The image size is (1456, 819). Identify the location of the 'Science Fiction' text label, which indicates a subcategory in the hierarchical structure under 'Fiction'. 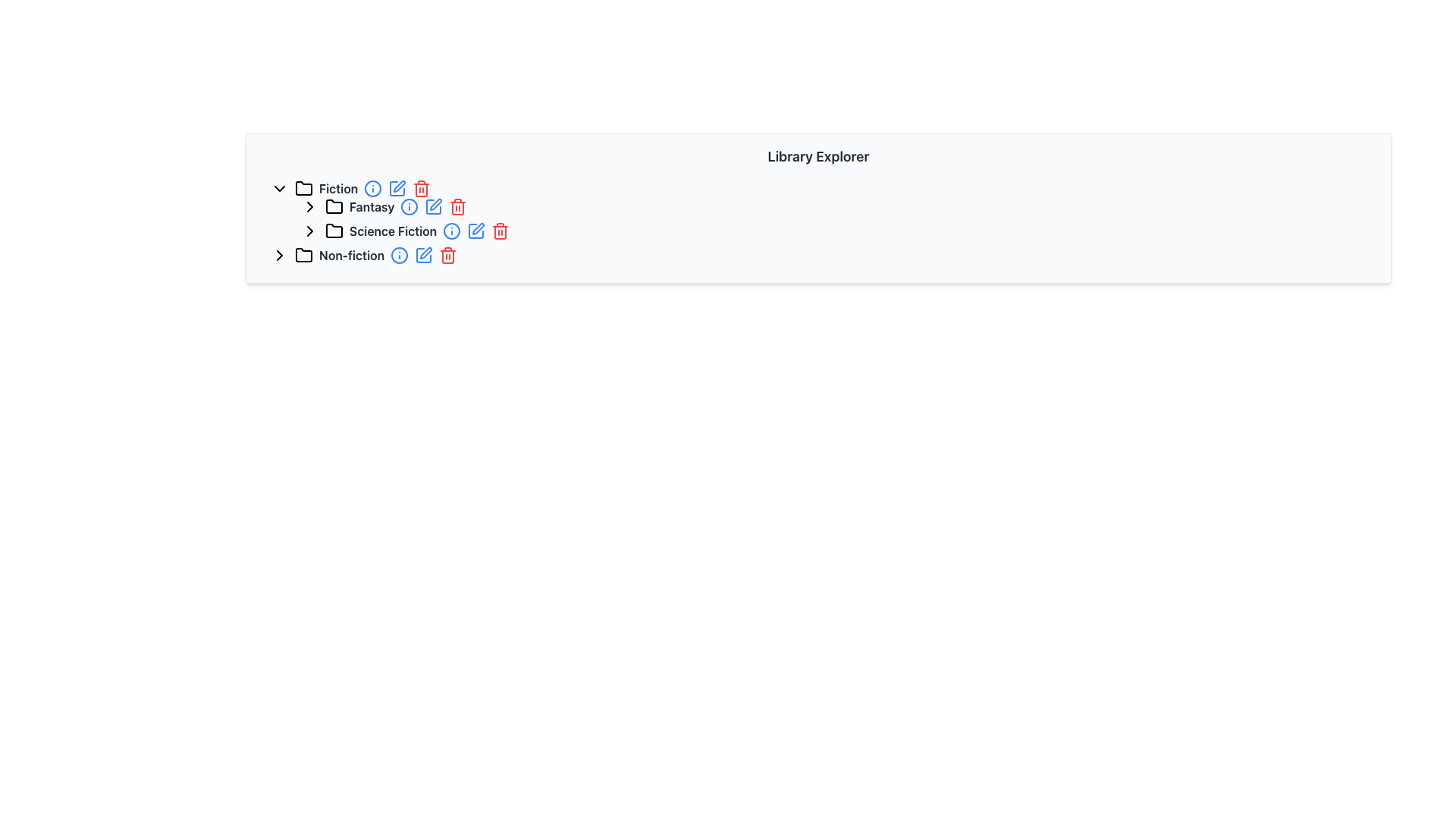
(393, 231).